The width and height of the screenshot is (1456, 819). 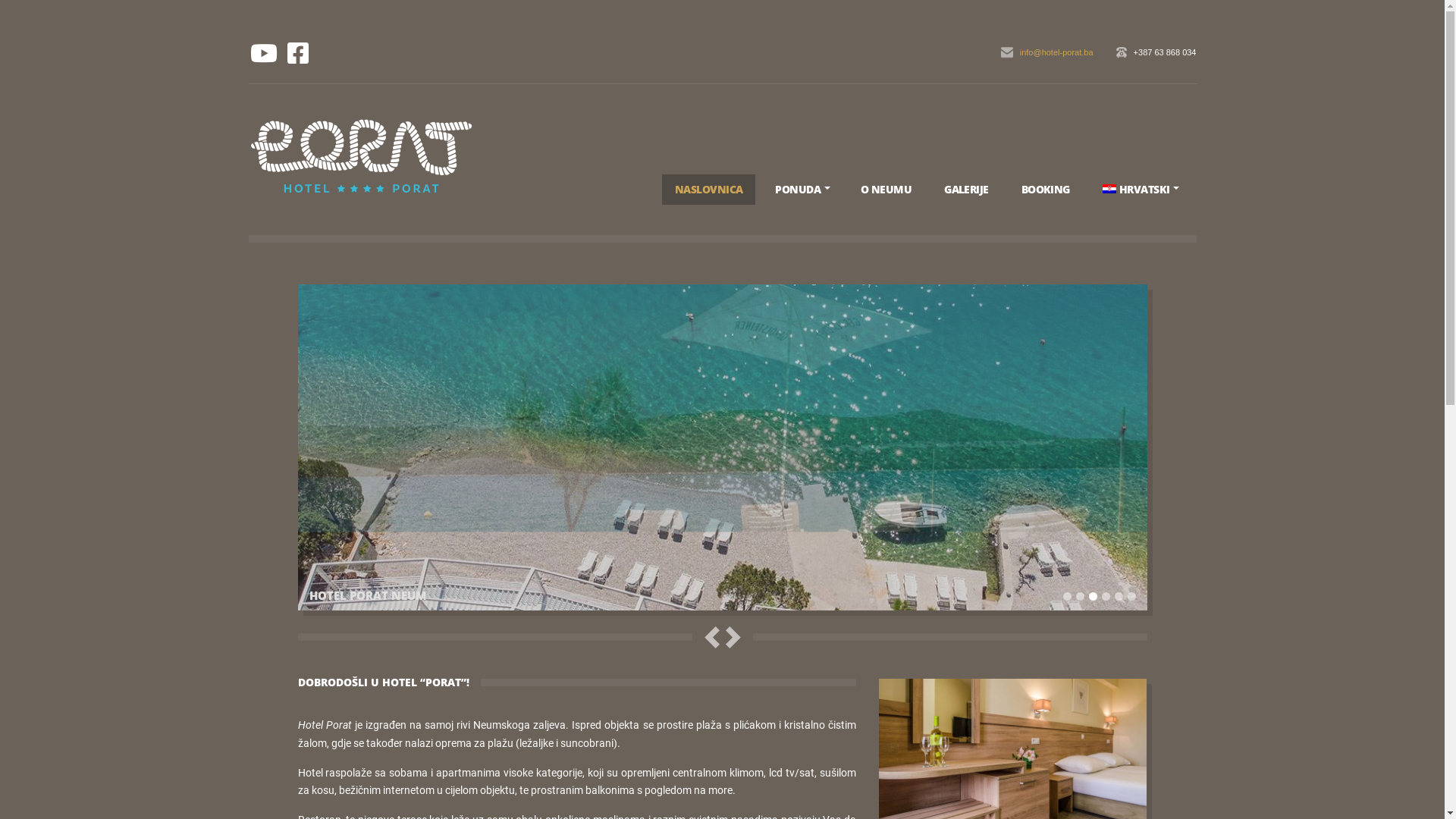 What do you see at coordinates (800, 189) in the screenshot?
I see `'PONUDA'` at bounding box center [800, 189].